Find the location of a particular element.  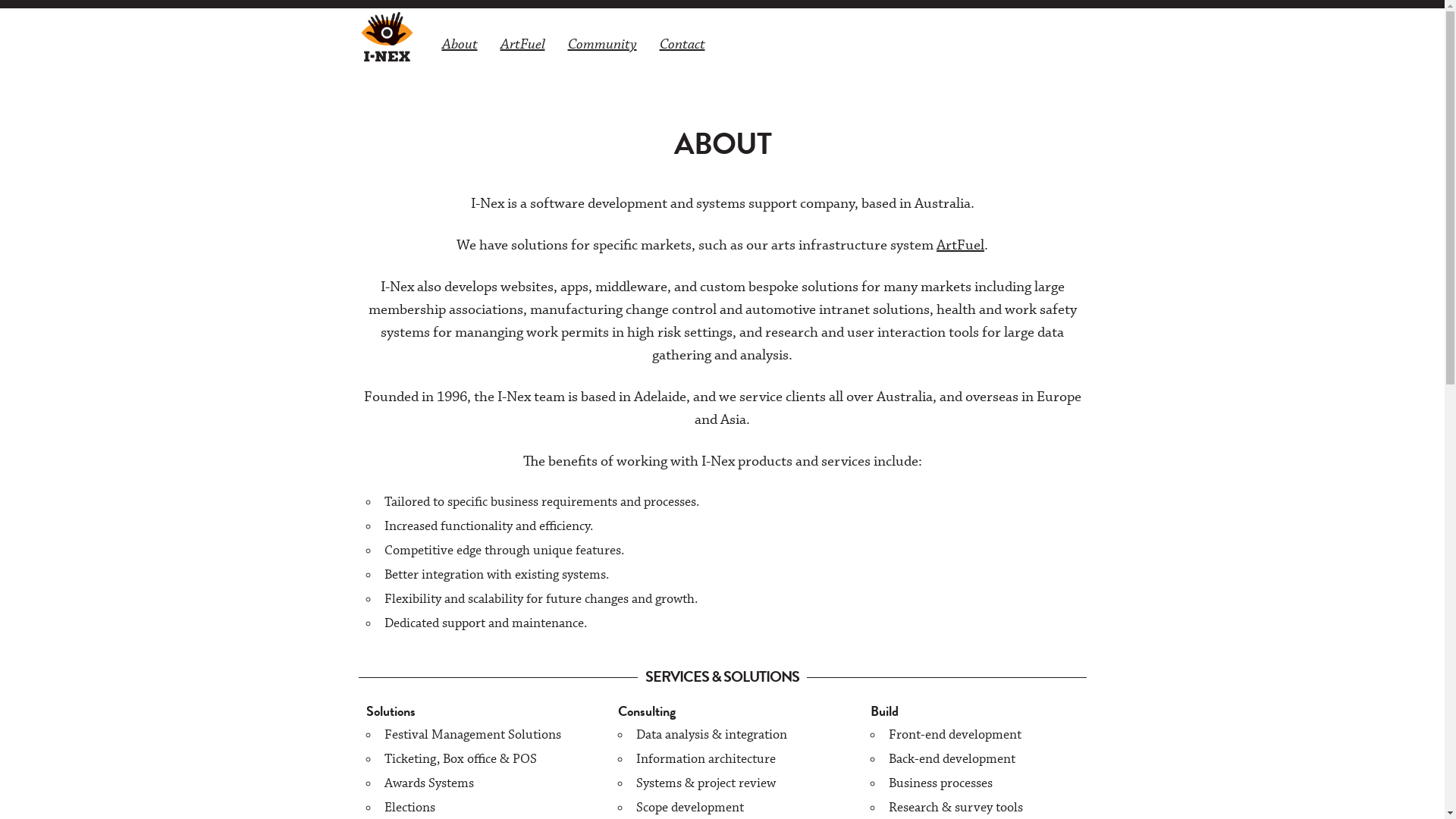

'ArtFuel' is located at coordinates (488, 42).